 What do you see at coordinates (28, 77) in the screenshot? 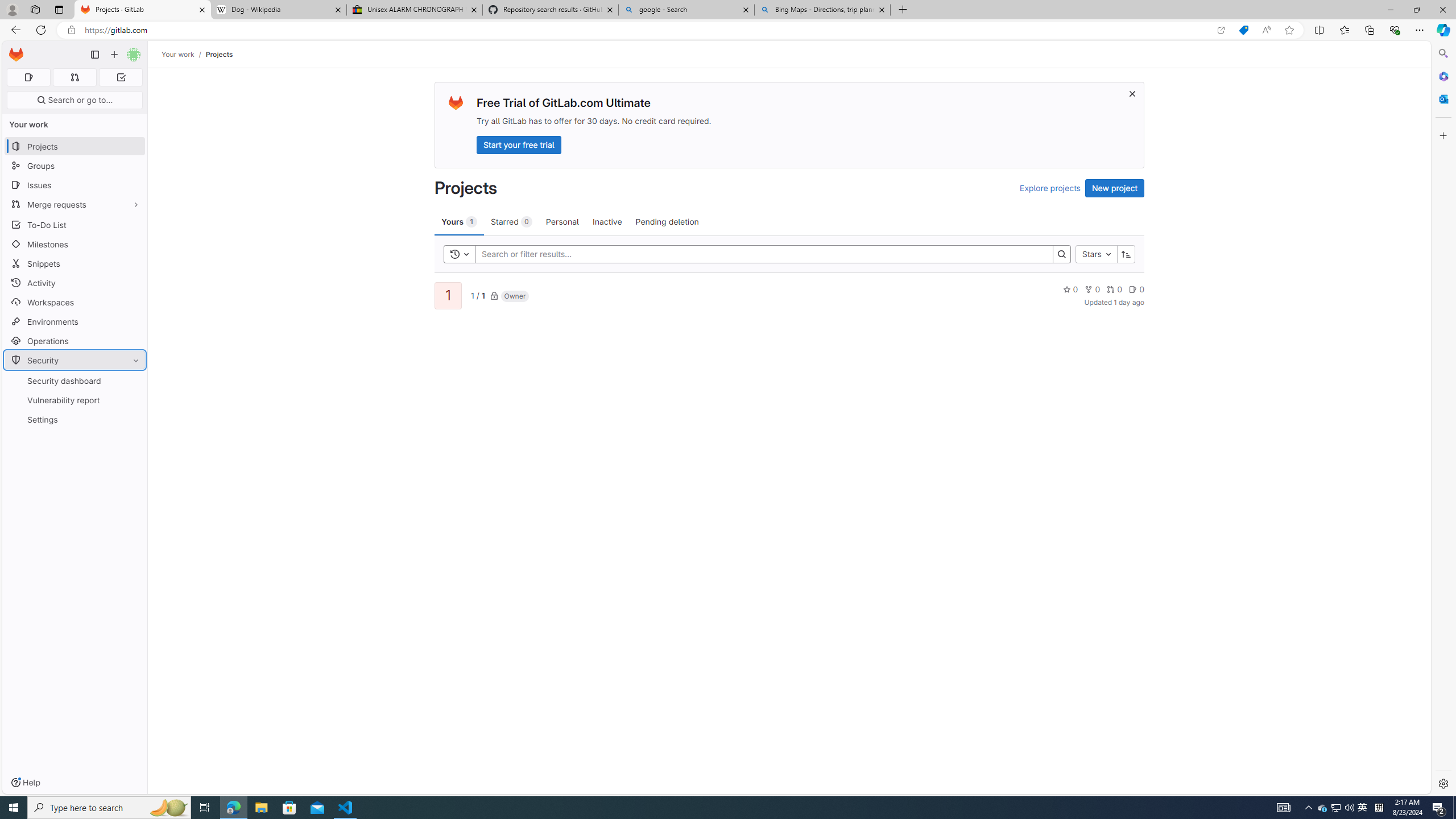
I see `'Assigned issues 0'` at bounding box center [28, 77].